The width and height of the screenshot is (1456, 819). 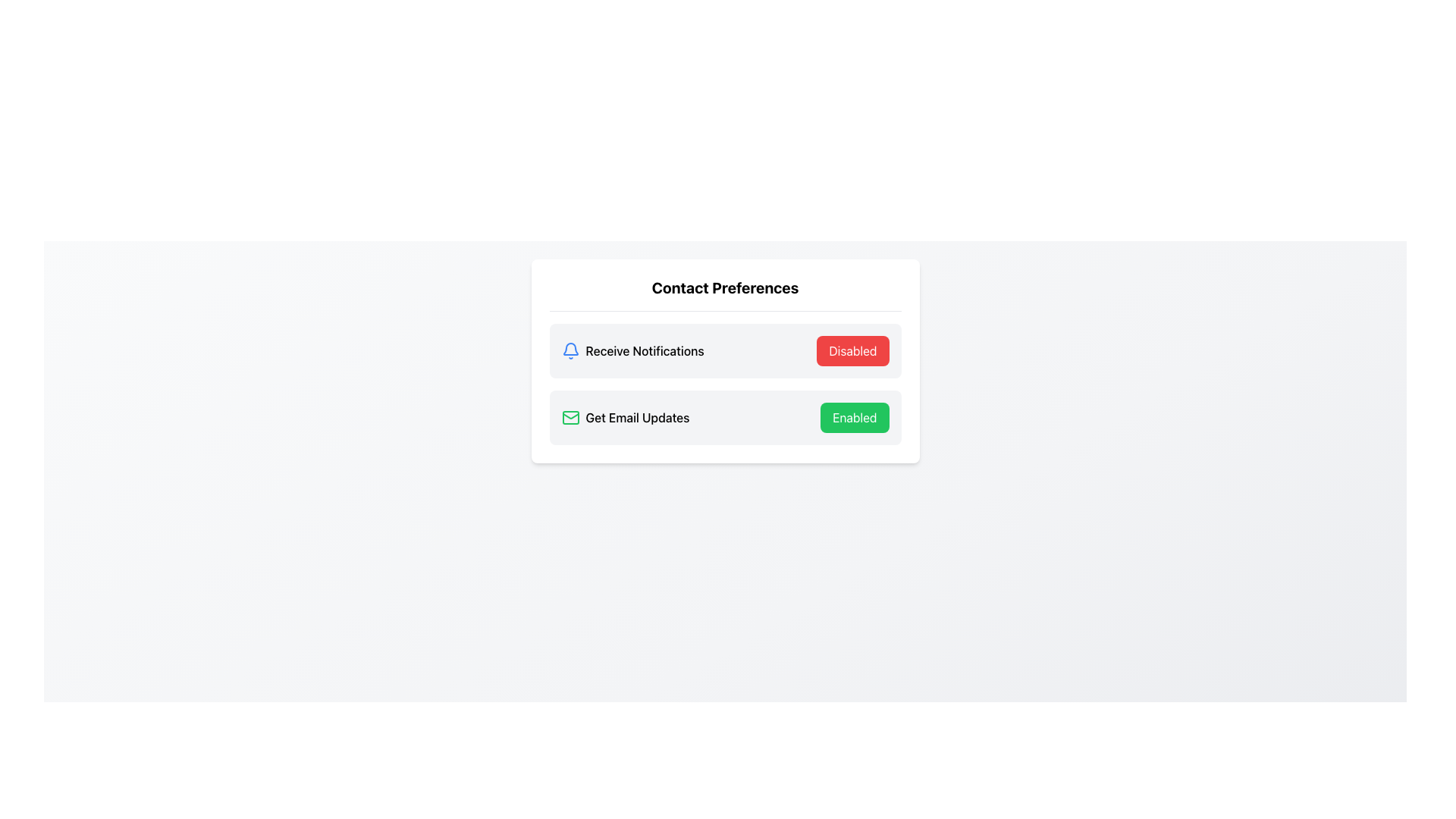 What do you see at coordinates (626, 418) in the screenshot?
I see `the 'Get Email Updates' label which consists of a green outlined envelope icon and text, located in the second row of the 'Contact Preferences' panel, left of the 'Enabled' button` at bounding box center [626, 418].